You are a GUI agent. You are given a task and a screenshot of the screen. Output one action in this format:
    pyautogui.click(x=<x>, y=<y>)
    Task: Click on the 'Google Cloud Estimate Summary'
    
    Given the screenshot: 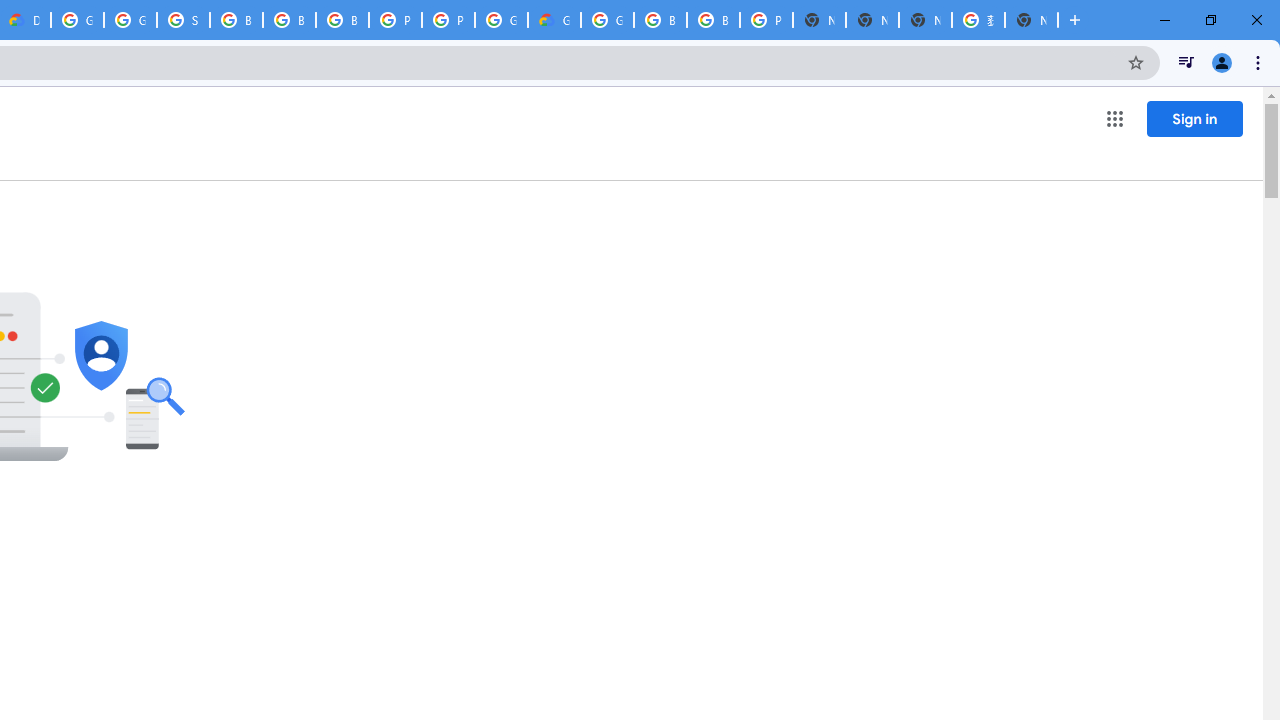 What is the action you would take?
    pyautogui.click(x=554, y=20)
    